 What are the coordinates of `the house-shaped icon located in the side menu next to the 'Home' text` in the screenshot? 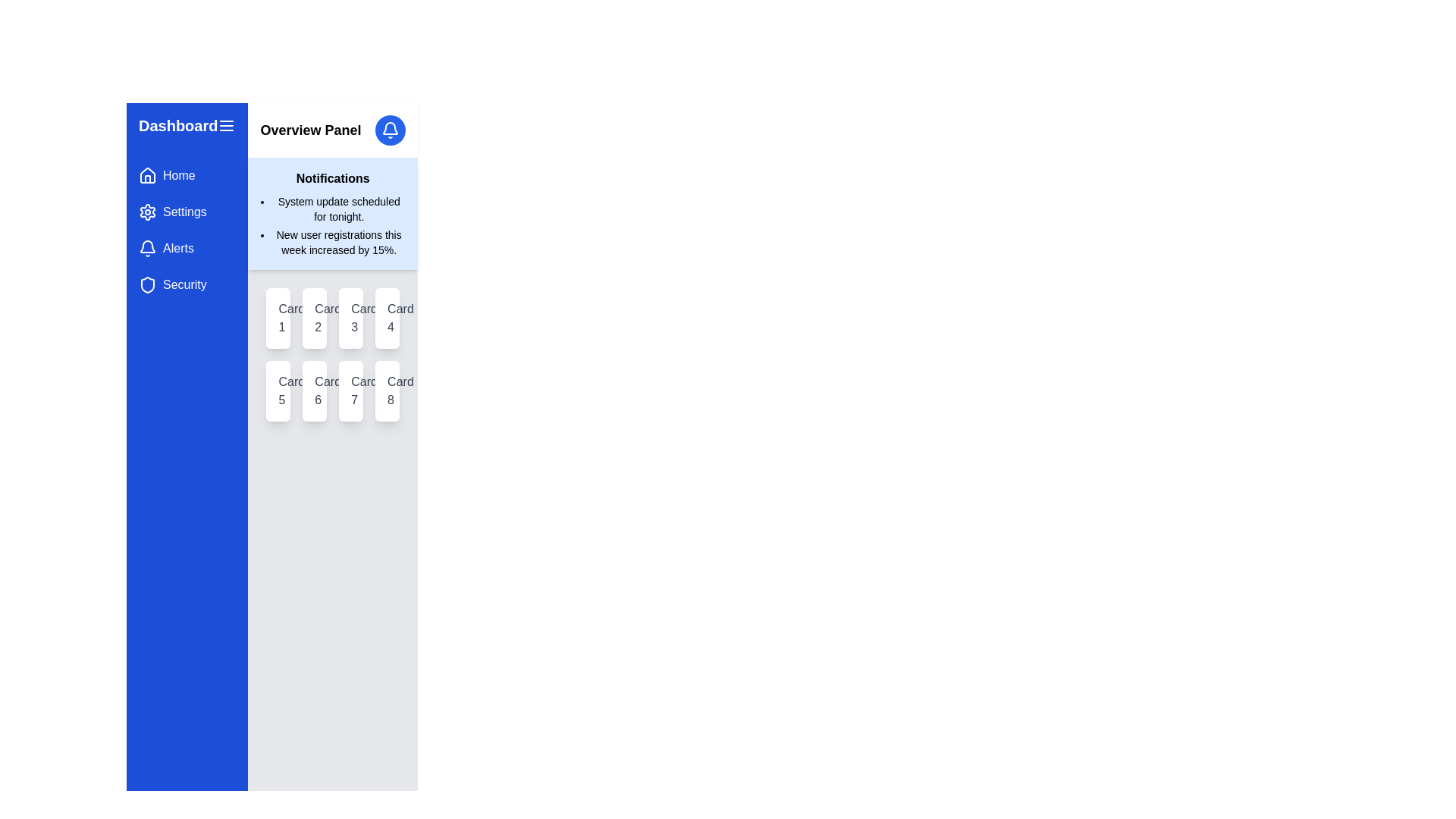 It's located at (148, 174).